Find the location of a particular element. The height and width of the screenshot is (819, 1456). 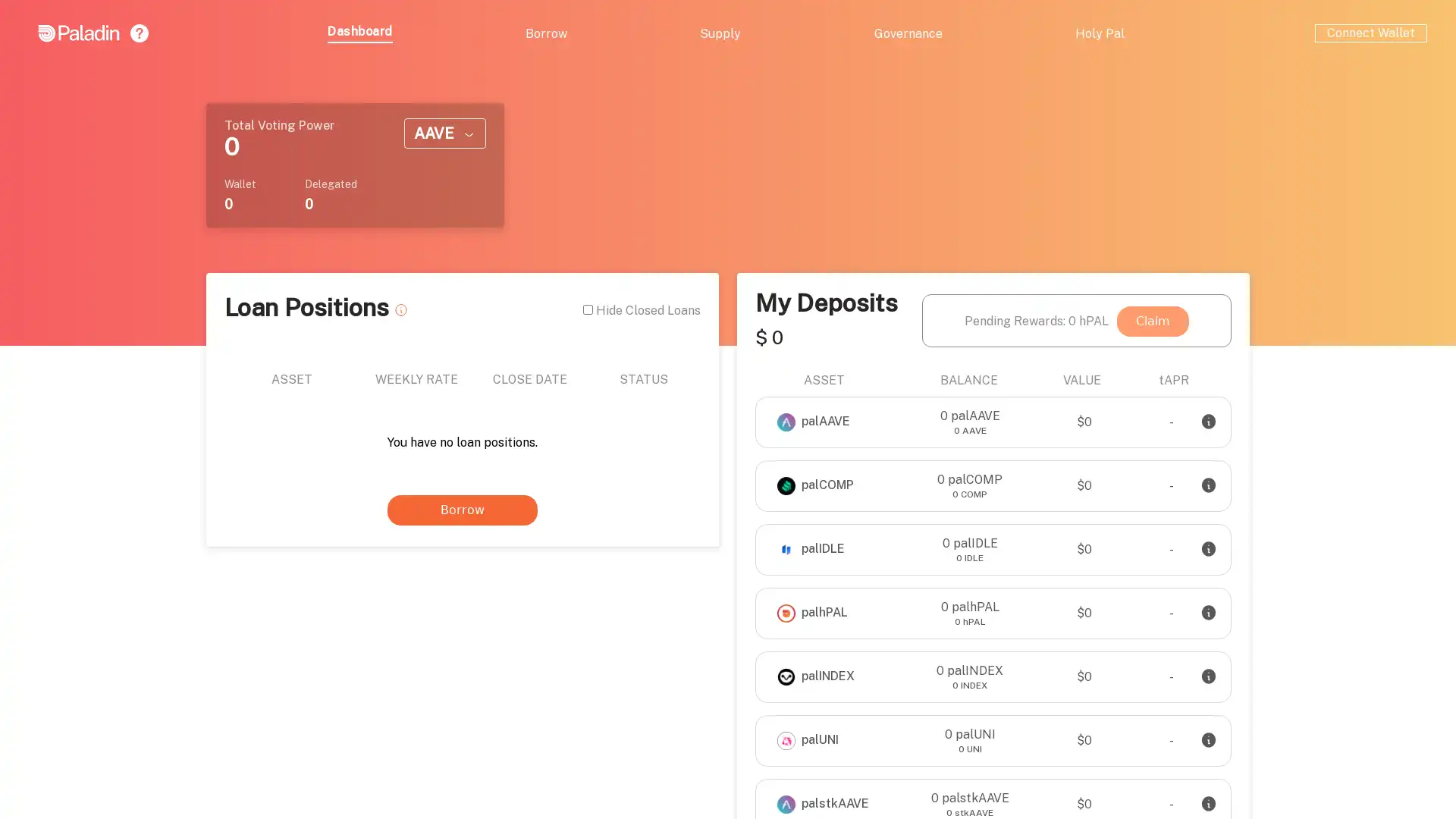

Borrow is located at coordinates (461, 510).